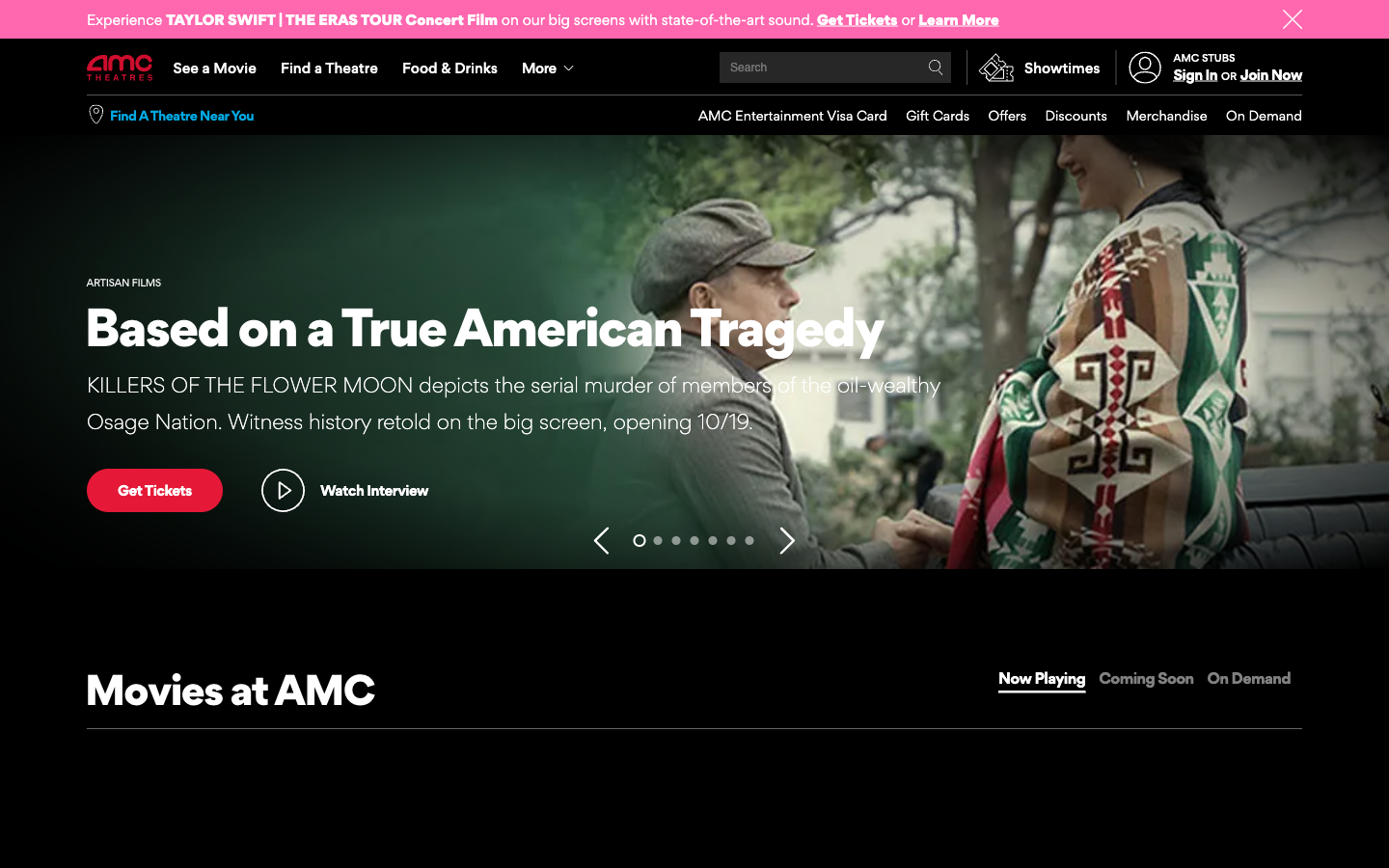 This screenshot has height=868, width=1389. I want to click on the video and stop it momentarily, so click(344, 489).